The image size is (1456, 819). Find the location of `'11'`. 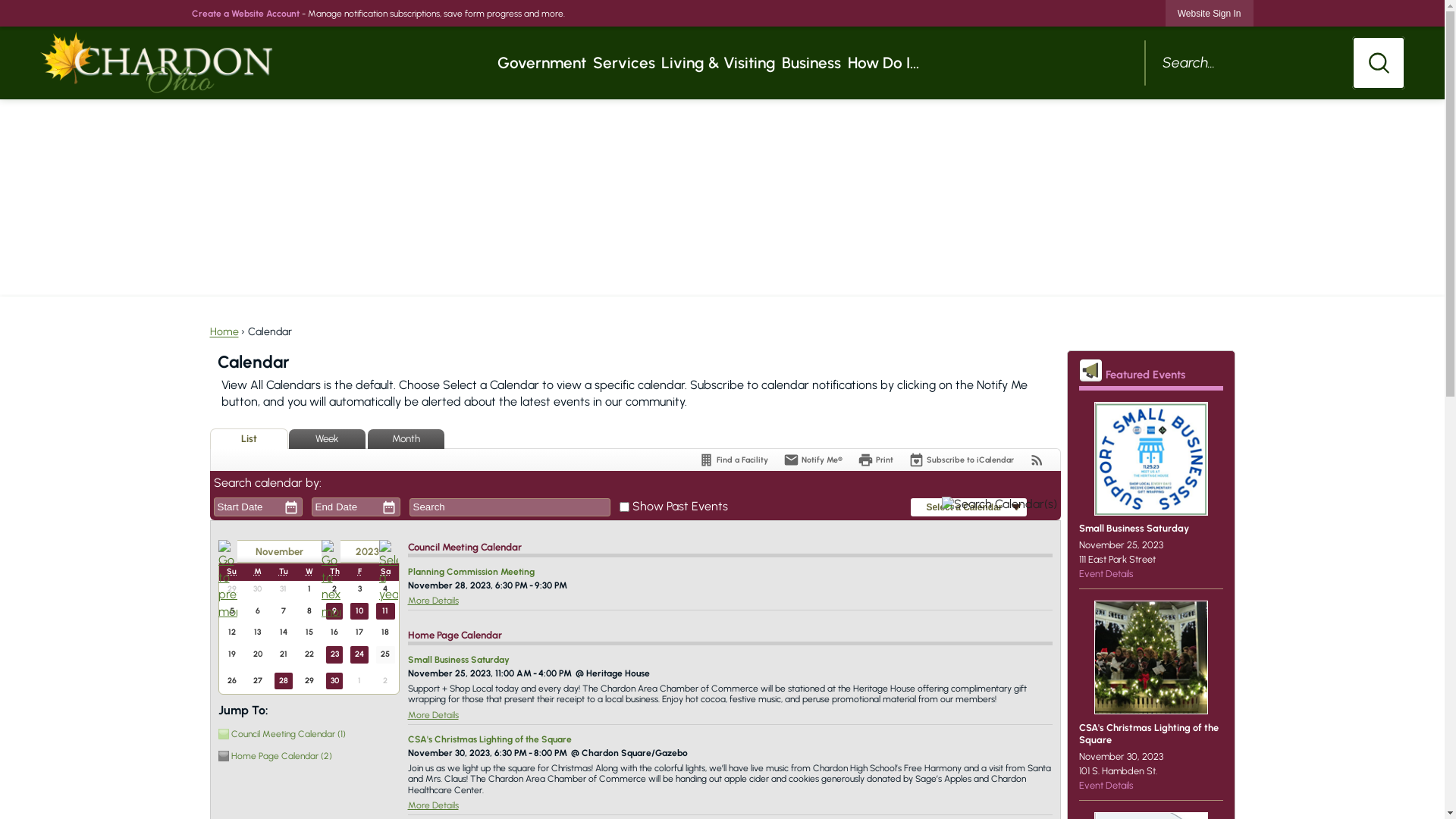

'11' is located at coordinates (385, 610).